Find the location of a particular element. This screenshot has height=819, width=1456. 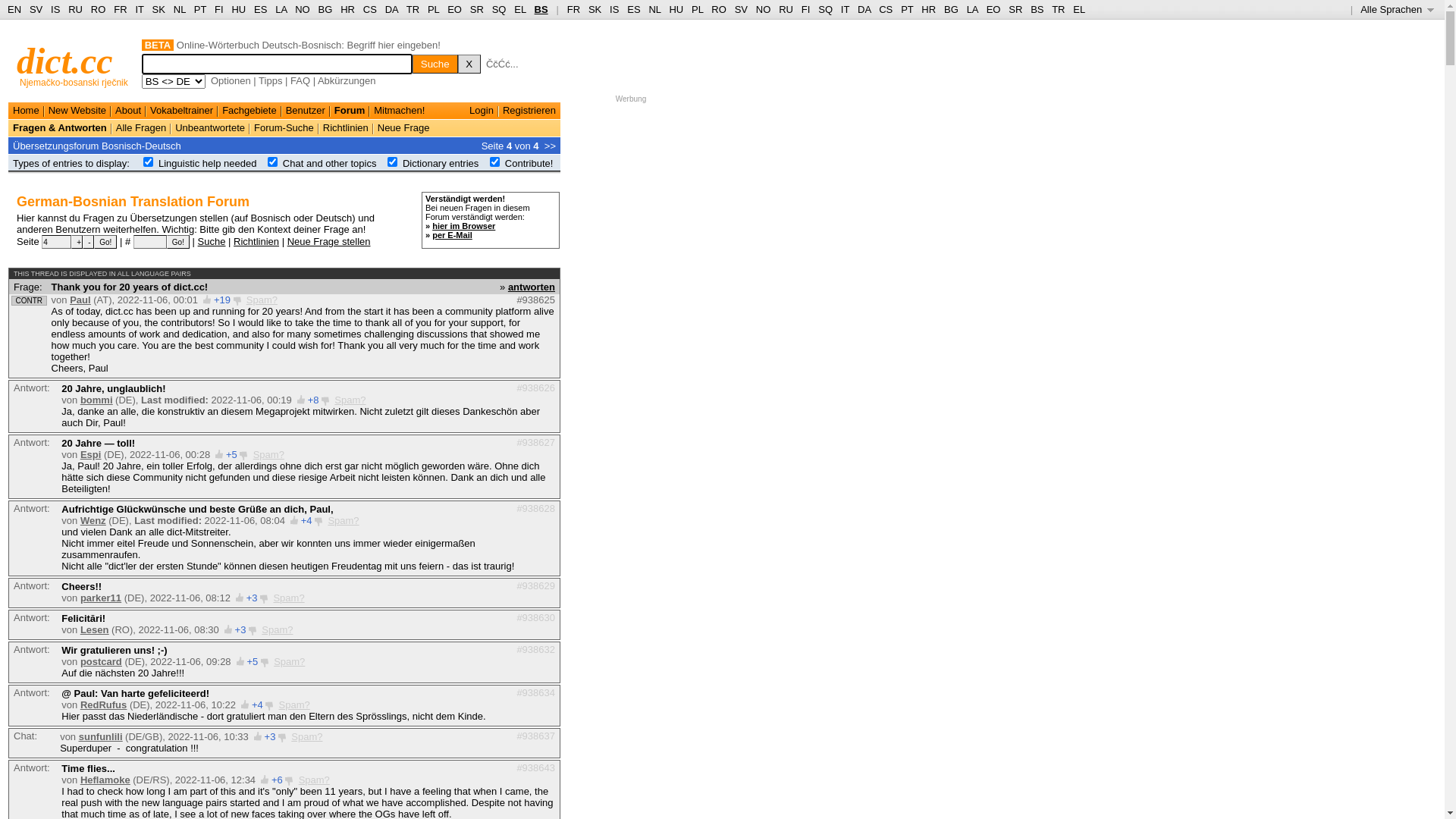

'Heflamoke' is located at coordinates (79, 780).